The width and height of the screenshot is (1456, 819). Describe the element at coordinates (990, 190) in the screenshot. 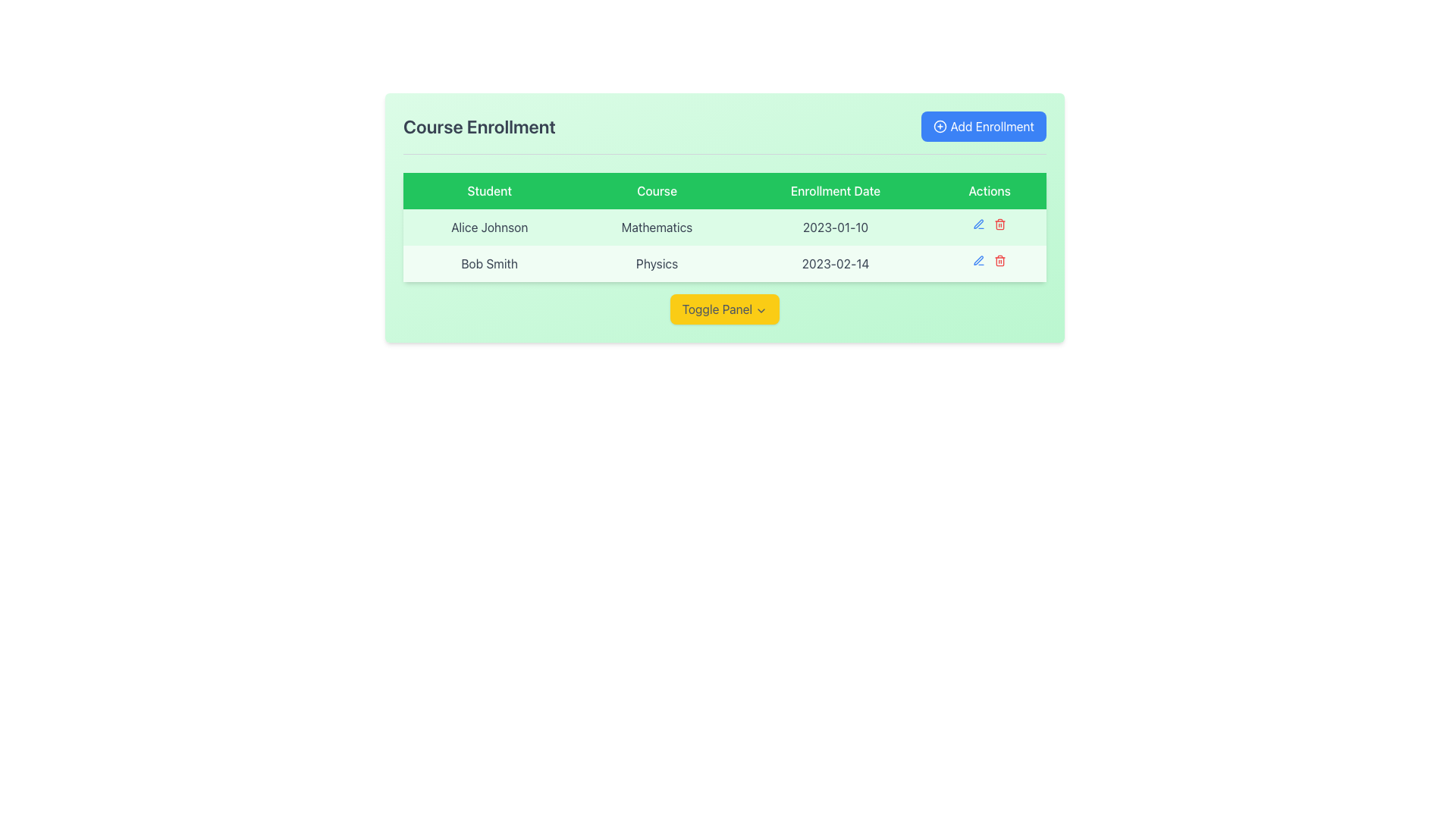

I see `the 'Actions' column header cell located at the far right of the header row in the table to sort or interact with the column` at that location.